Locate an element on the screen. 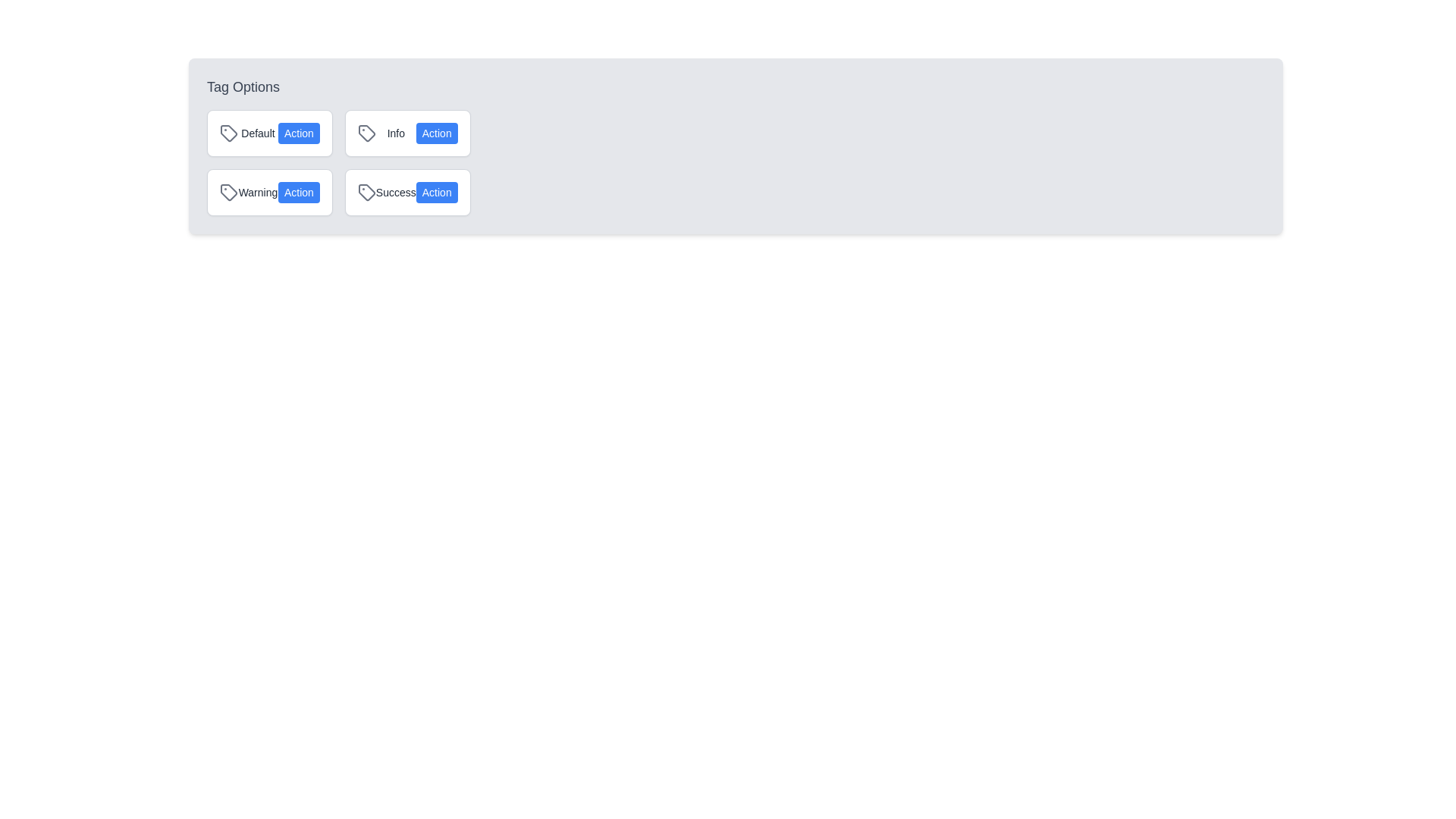  the 'Action' button located on the card in the top-right cell of the grid, which contains an icon of a tag and the text 'Info' is located at coordinates (407, 133).